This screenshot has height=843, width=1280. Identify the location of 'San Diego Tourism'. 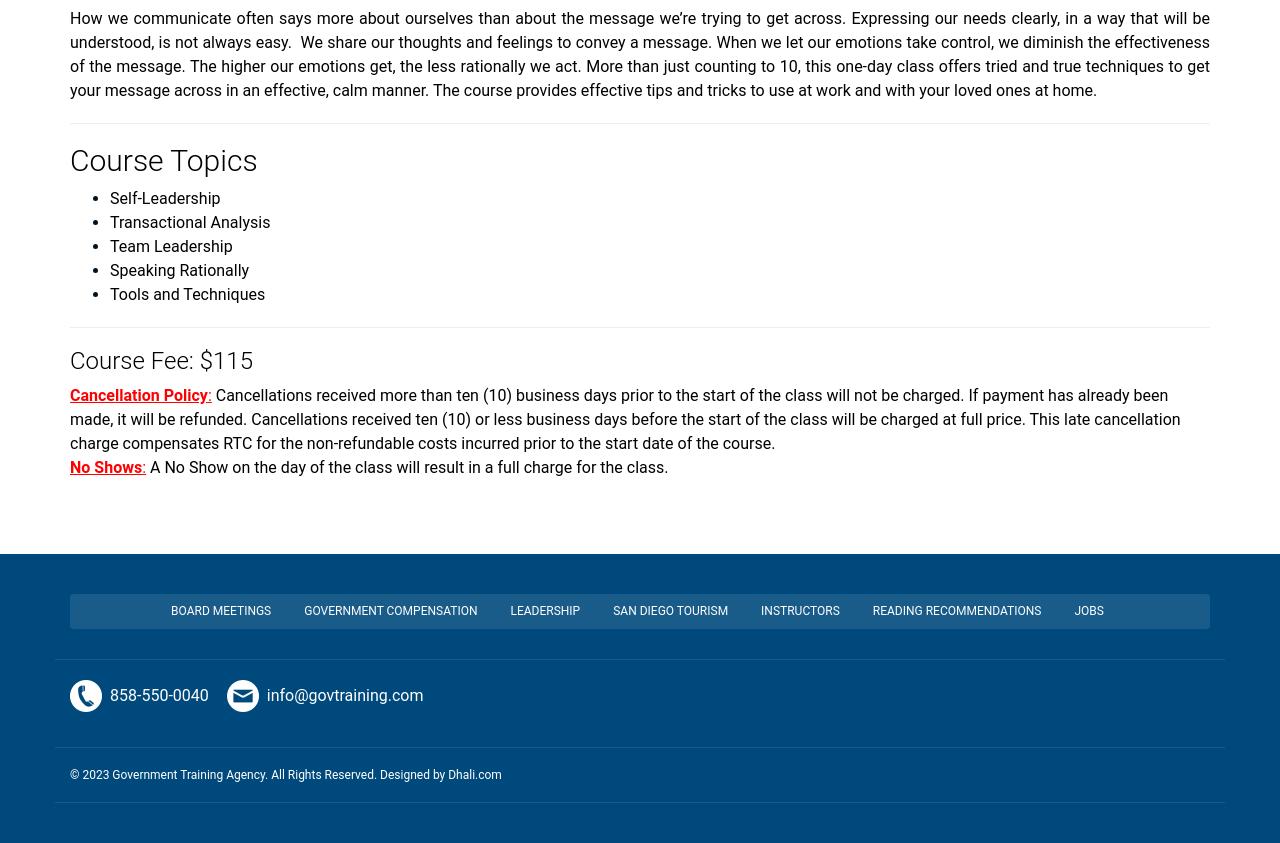
(670, 610).